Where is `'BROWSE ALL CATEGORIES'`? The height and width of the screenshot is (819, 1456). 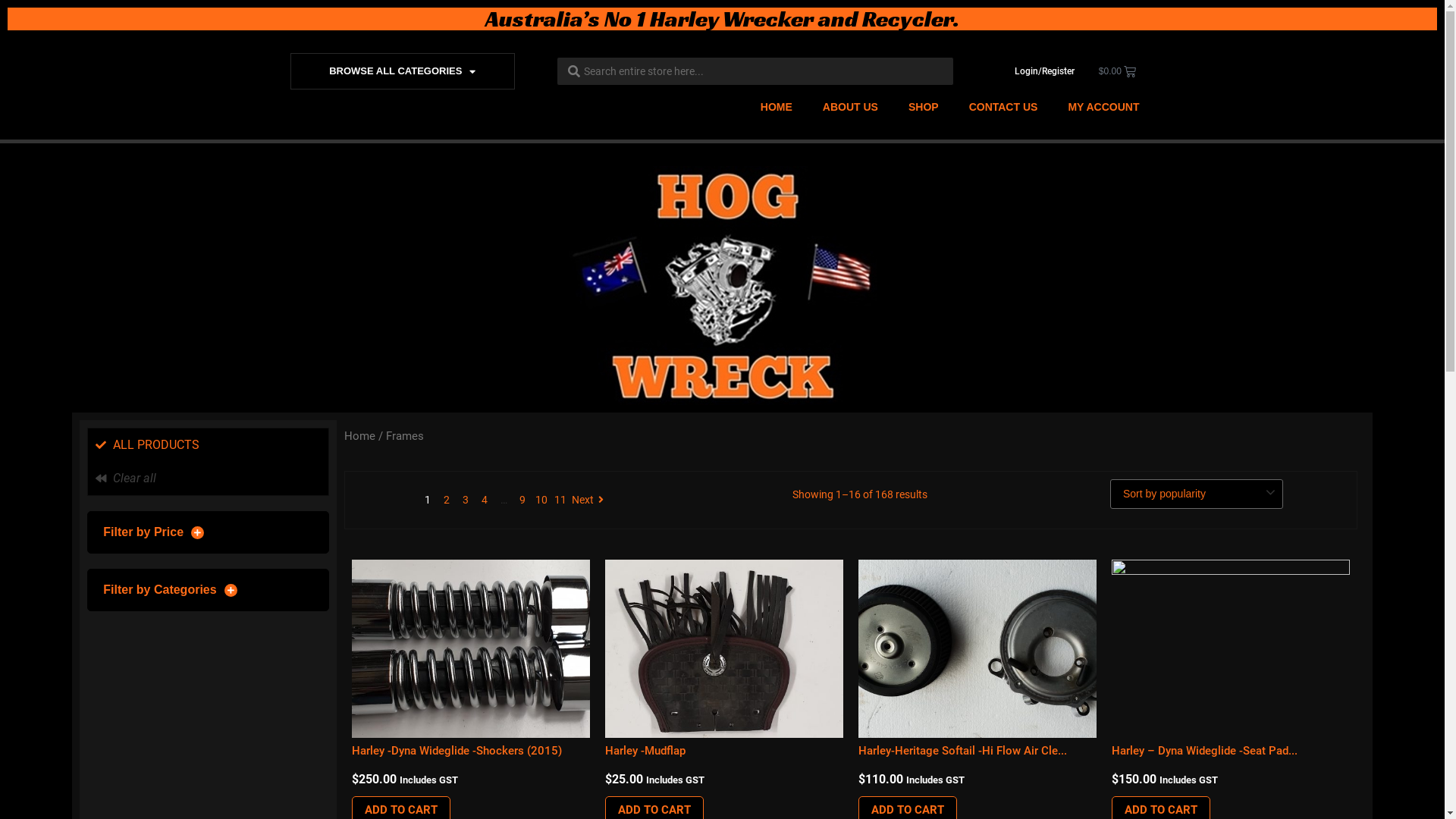 'BROWSE ALL CATEGORIES' is located at coordinates (403, 71).